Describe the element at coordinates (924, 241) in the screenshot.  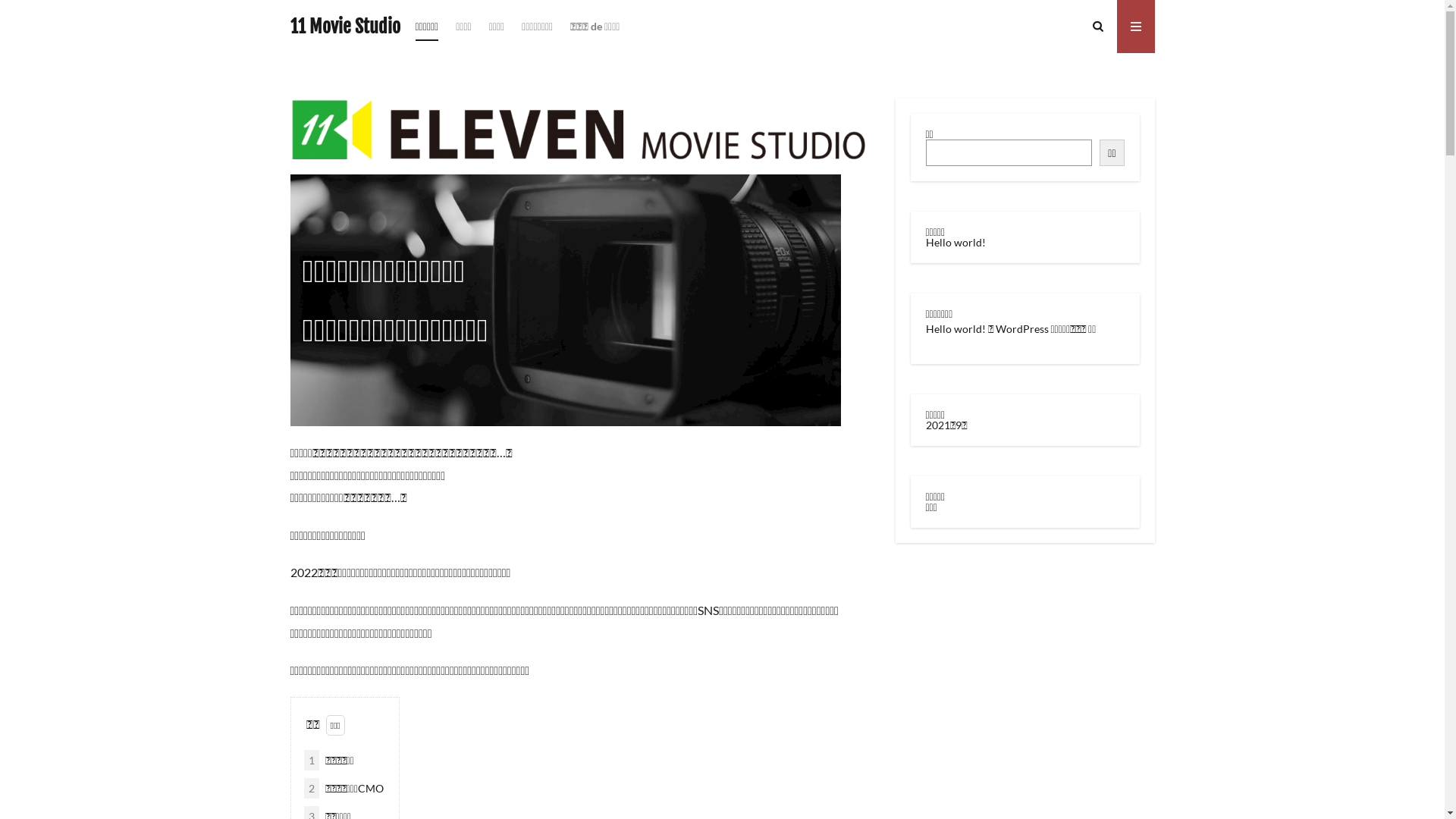
I see `'Hello world!'` at that location.